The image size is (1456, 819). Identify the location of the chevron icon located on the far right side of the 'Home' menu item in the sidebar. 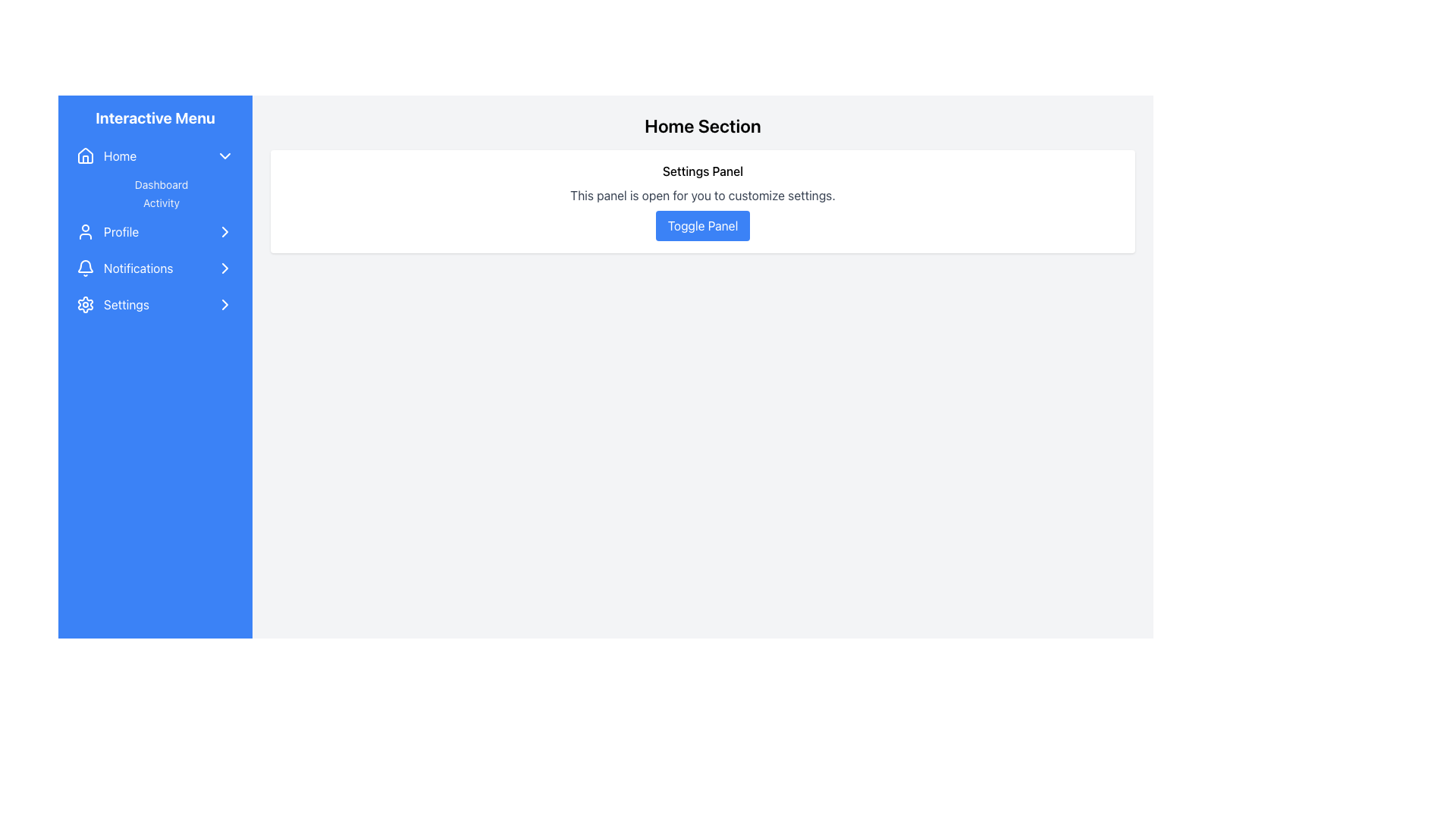
(224, 155).